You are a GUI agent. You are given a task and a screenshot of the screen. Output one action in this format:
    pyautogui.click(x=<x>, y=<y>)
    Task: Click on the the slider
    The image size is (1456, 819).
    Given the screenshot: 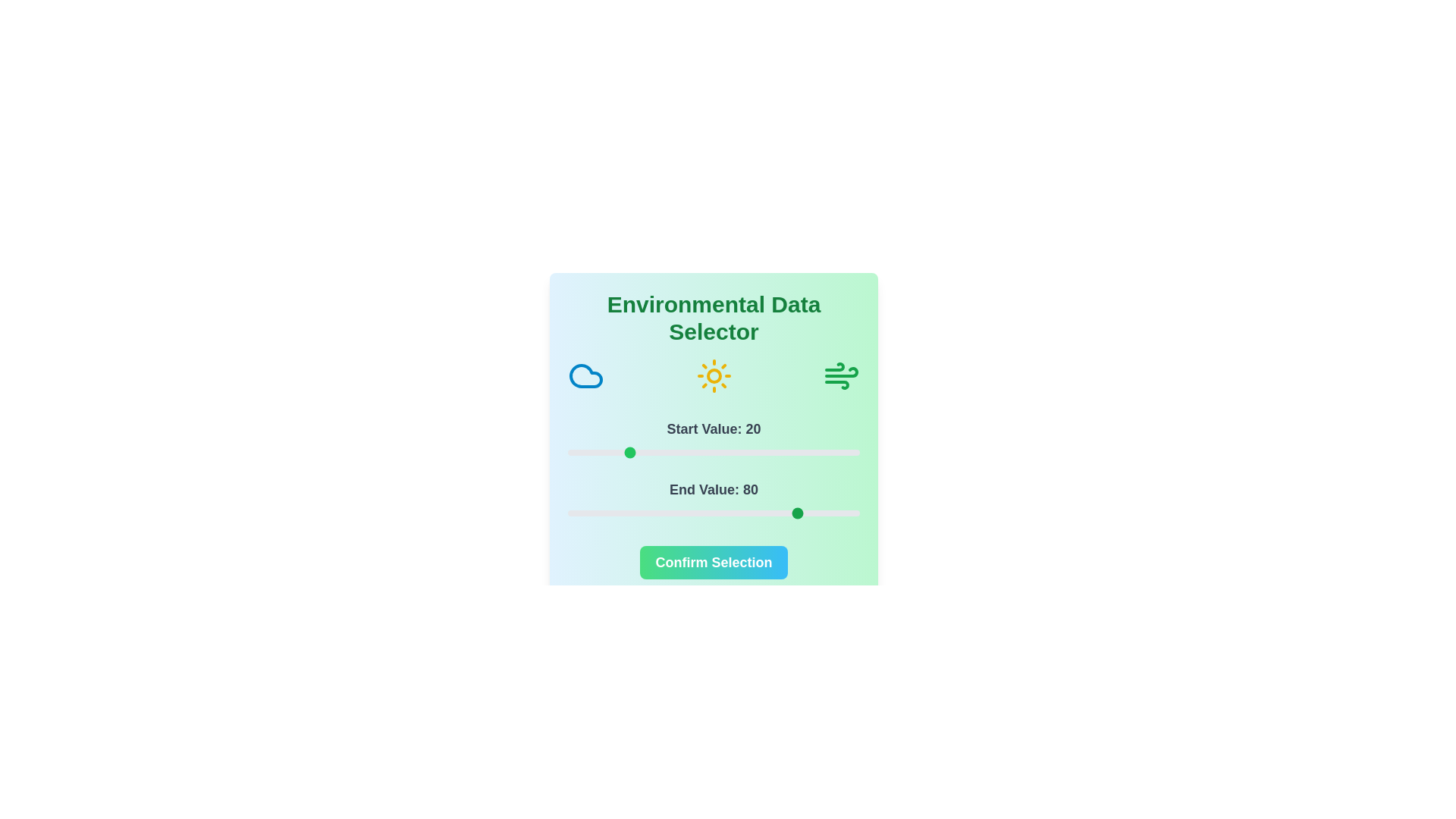 What is the action you would take?
    pyautogui.click(x=681, y=513)
    